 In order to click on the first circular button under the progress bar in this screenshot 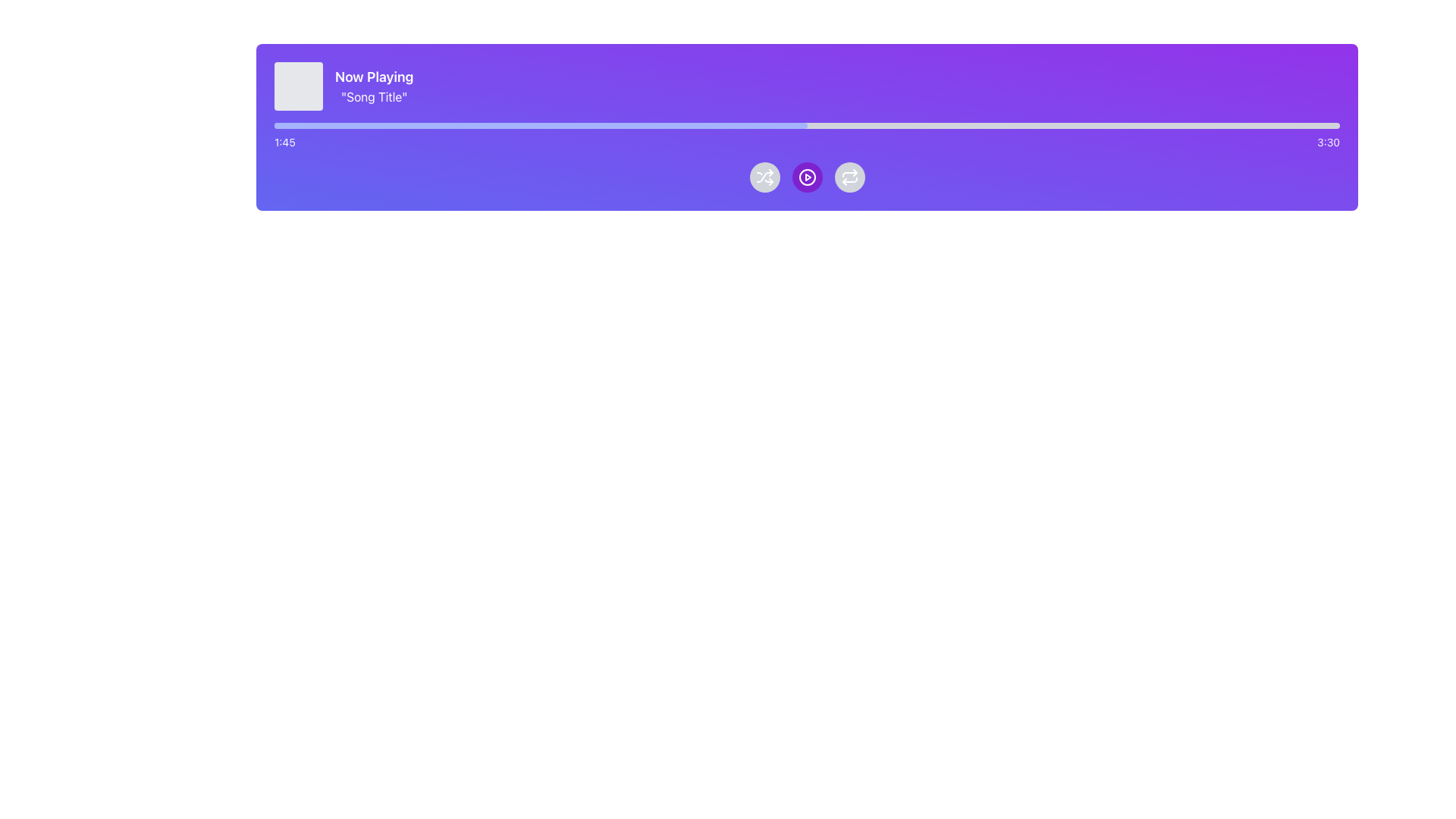, I will do `click(764, 177)`.